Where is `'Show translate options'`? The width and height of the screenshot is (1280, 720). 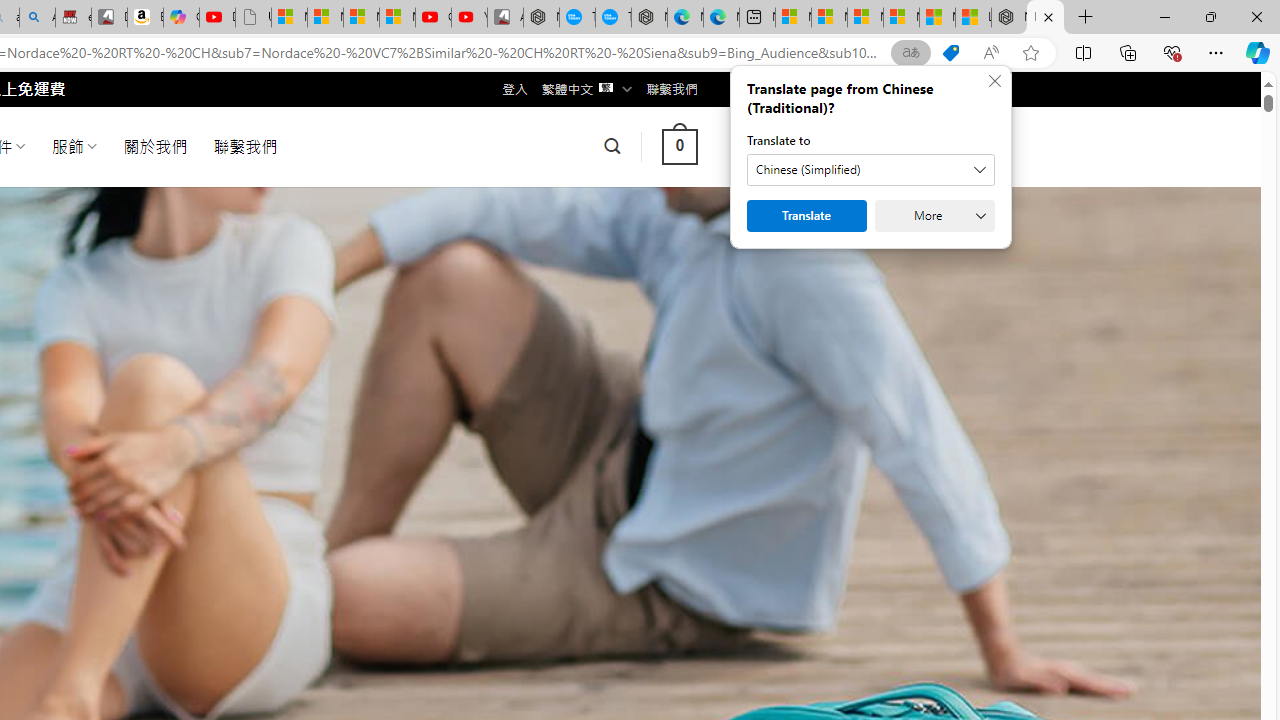
'Show translate options' is located at coordinates (909, 52).